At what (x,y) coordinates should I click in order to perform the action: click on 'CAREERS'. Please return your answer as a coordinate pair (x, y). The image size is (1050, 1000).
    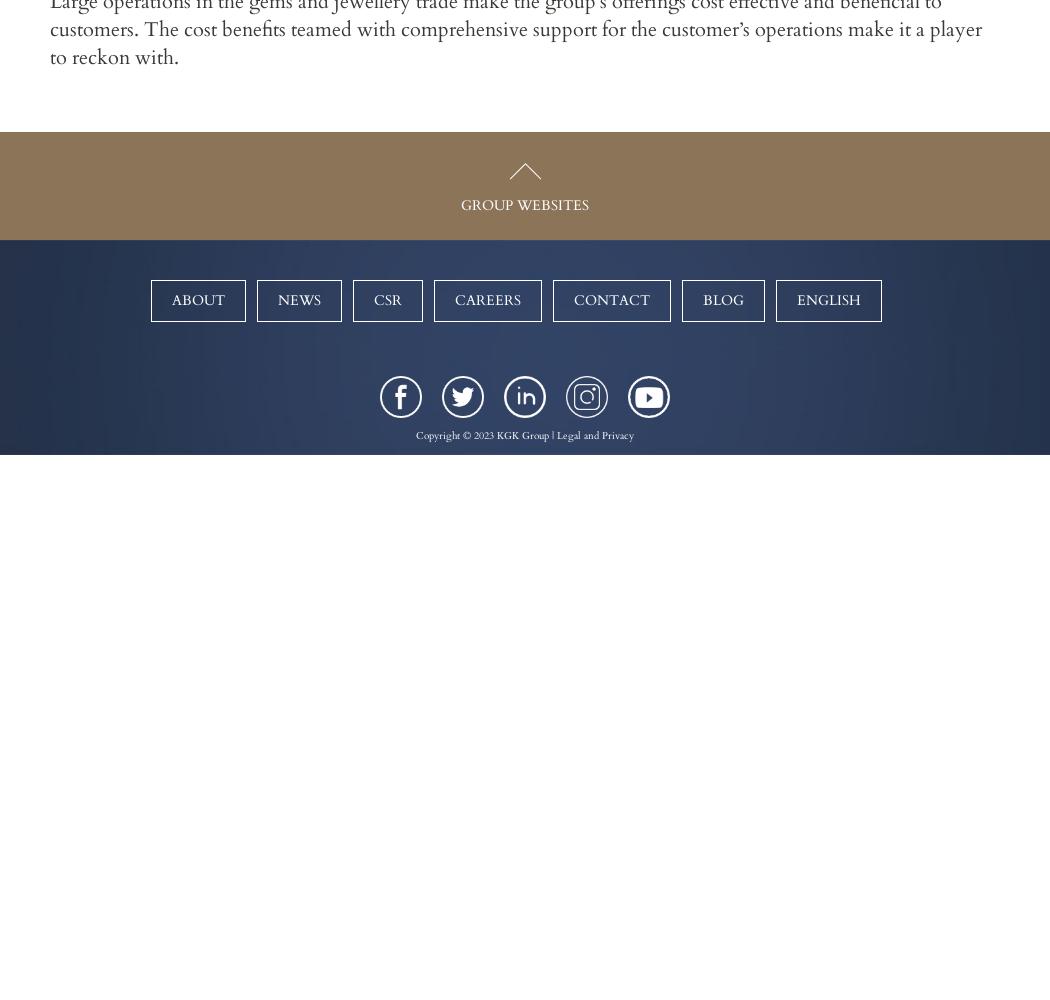
    Looking at the image, I should click on (454, 299).